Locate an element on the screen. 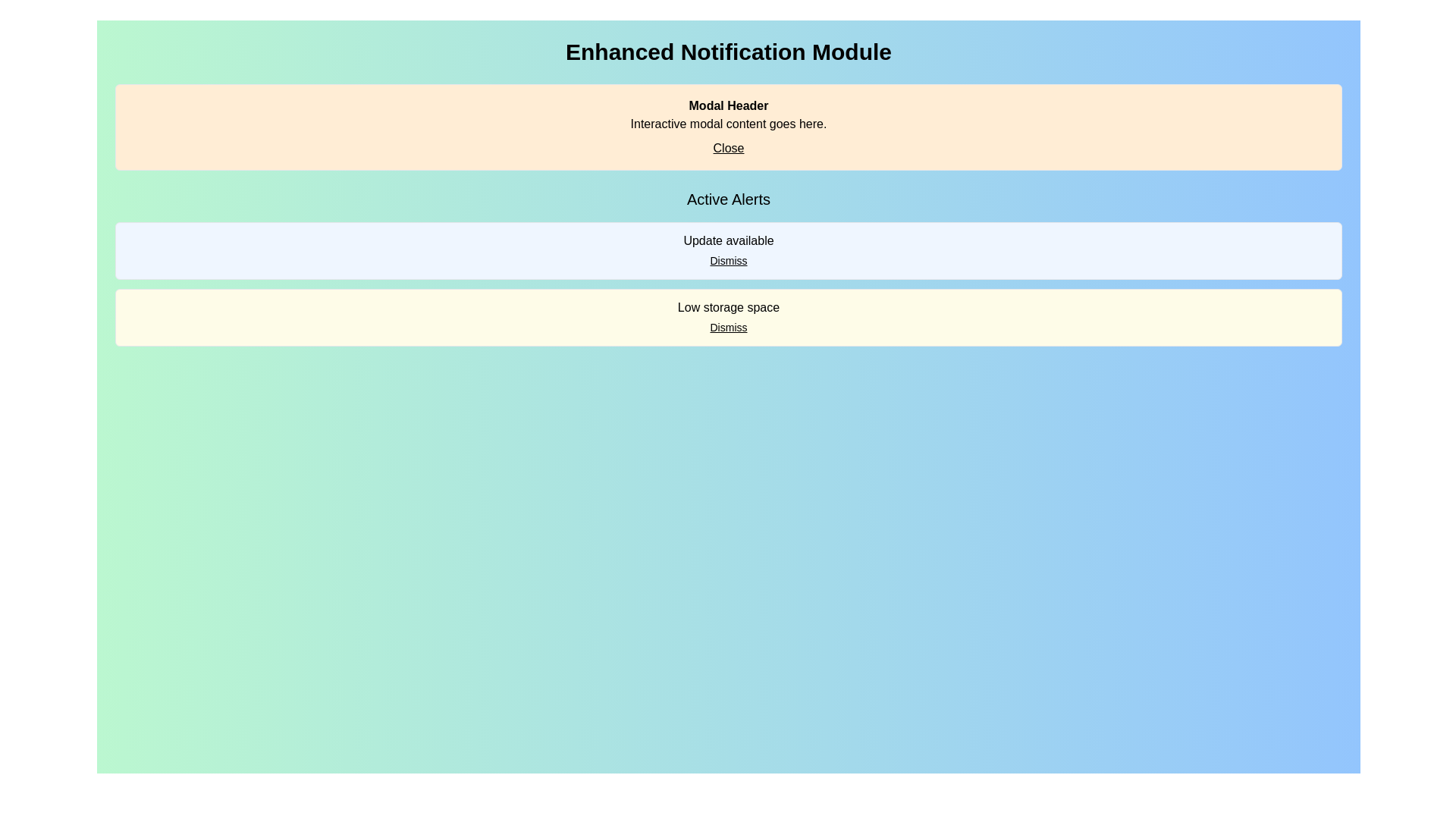  the 'Dismiss' link in the first Notification card located in the 'Active Alerts' section to acknowledge the notification is located at coordinates (728, 250).